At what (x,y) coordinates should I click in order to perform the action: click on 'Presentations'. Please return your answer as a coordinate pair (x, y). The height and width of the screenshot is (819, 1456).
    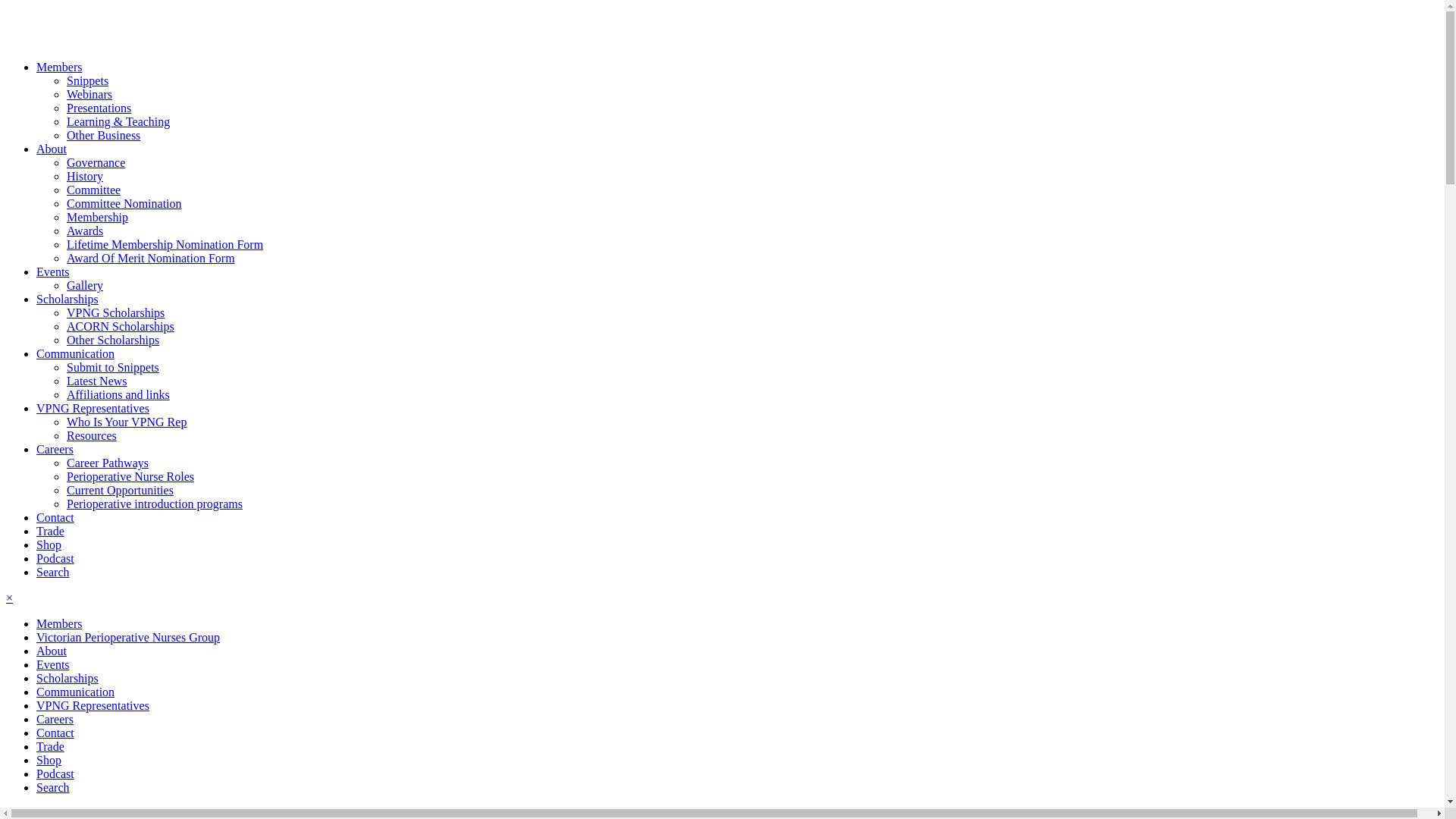
    Looking at the image, I should click on (98, 107).